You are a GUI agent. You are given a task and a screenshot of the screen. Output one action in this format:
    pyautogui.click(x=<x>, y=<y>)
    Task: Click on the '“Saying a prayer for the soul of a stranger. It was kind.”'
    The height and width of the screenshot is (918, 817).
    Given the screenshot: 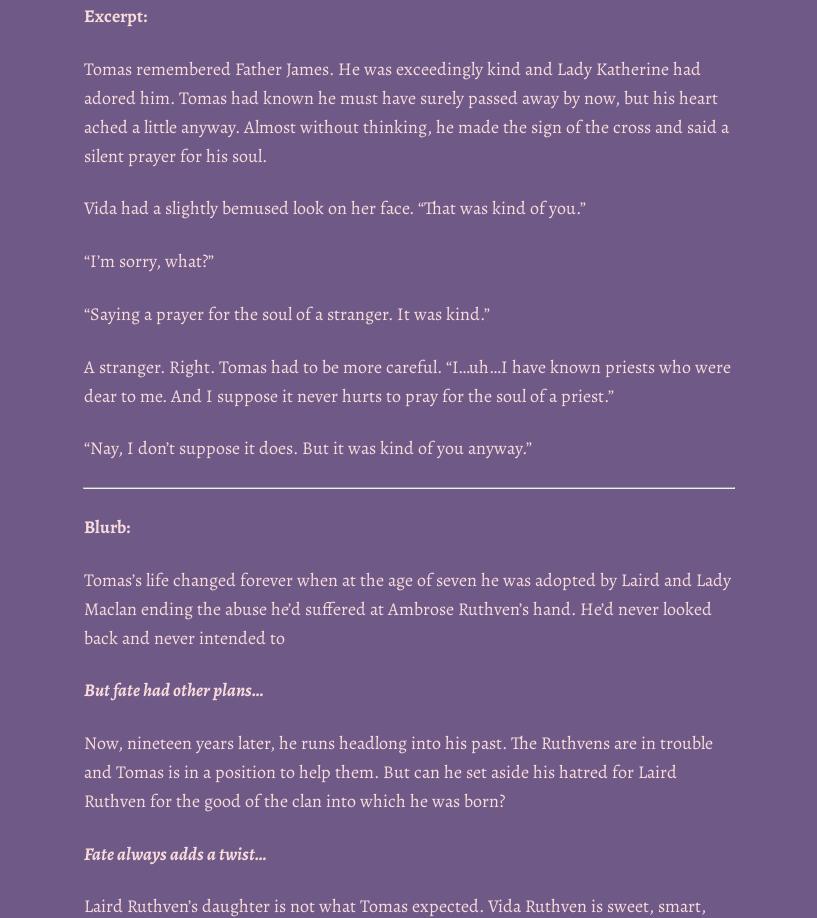 What is the action you would take?
    pyautogui.click(x=83, y=313)
    